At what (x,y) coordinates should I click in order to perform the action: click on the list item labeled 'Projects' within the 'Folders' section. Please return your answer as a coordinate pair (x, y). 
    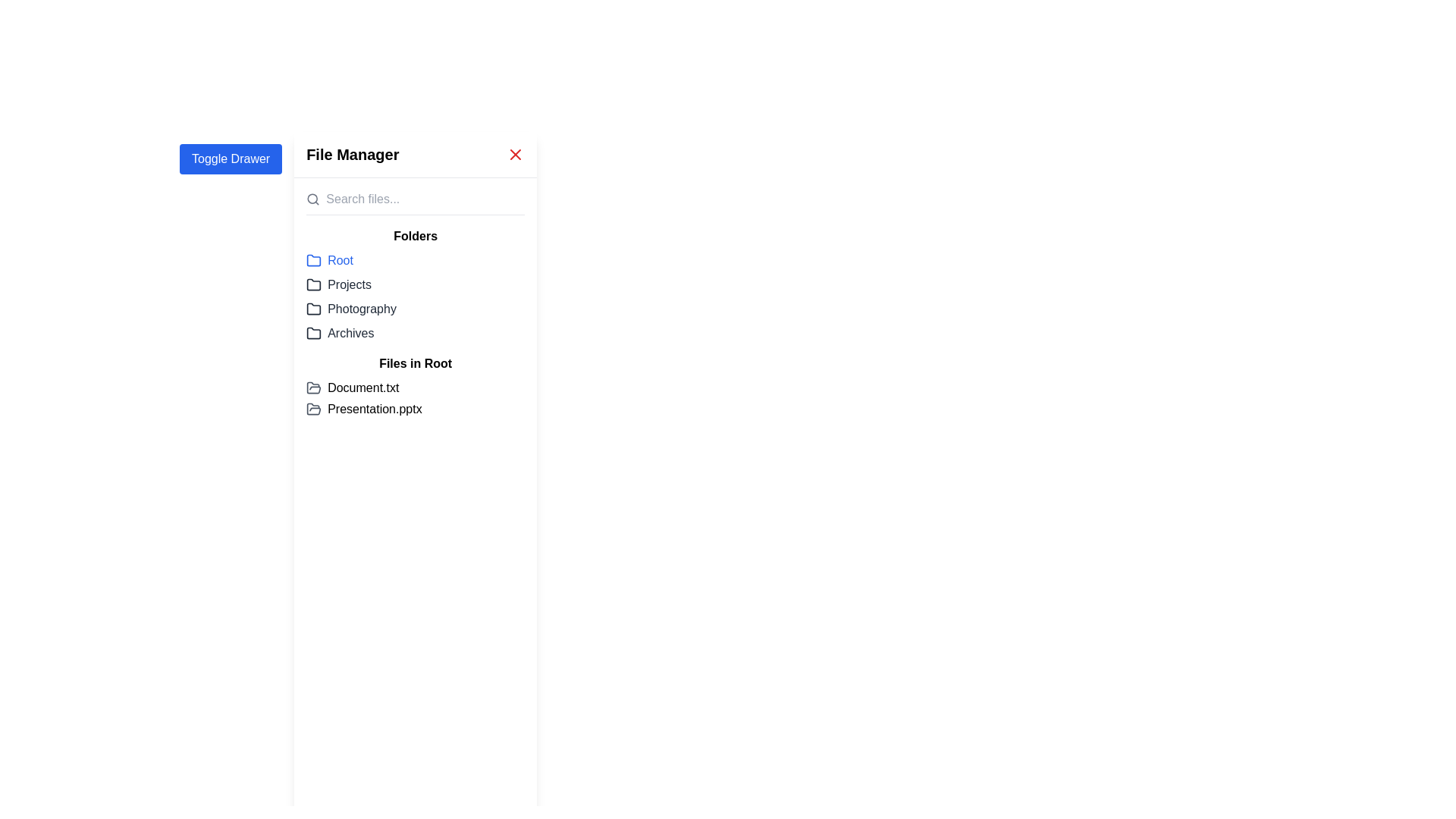
    Looking at the image, I should click on (416, 284).